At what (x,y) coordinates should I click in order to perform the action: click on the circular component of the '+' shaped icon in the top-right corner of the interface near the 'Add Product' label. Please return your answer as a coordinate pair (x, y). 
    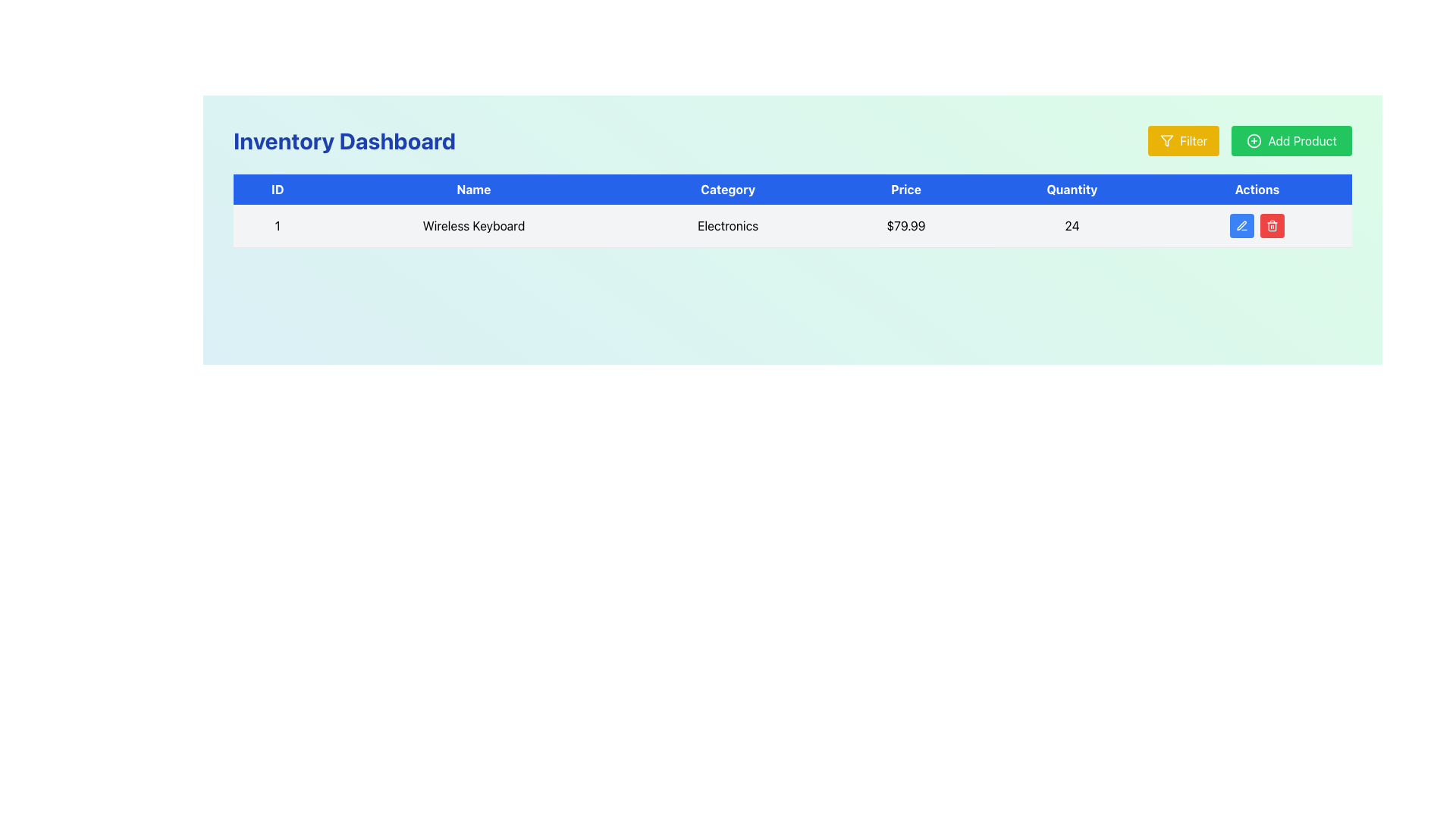
    Looking at the image, I should click on (1254, 140).